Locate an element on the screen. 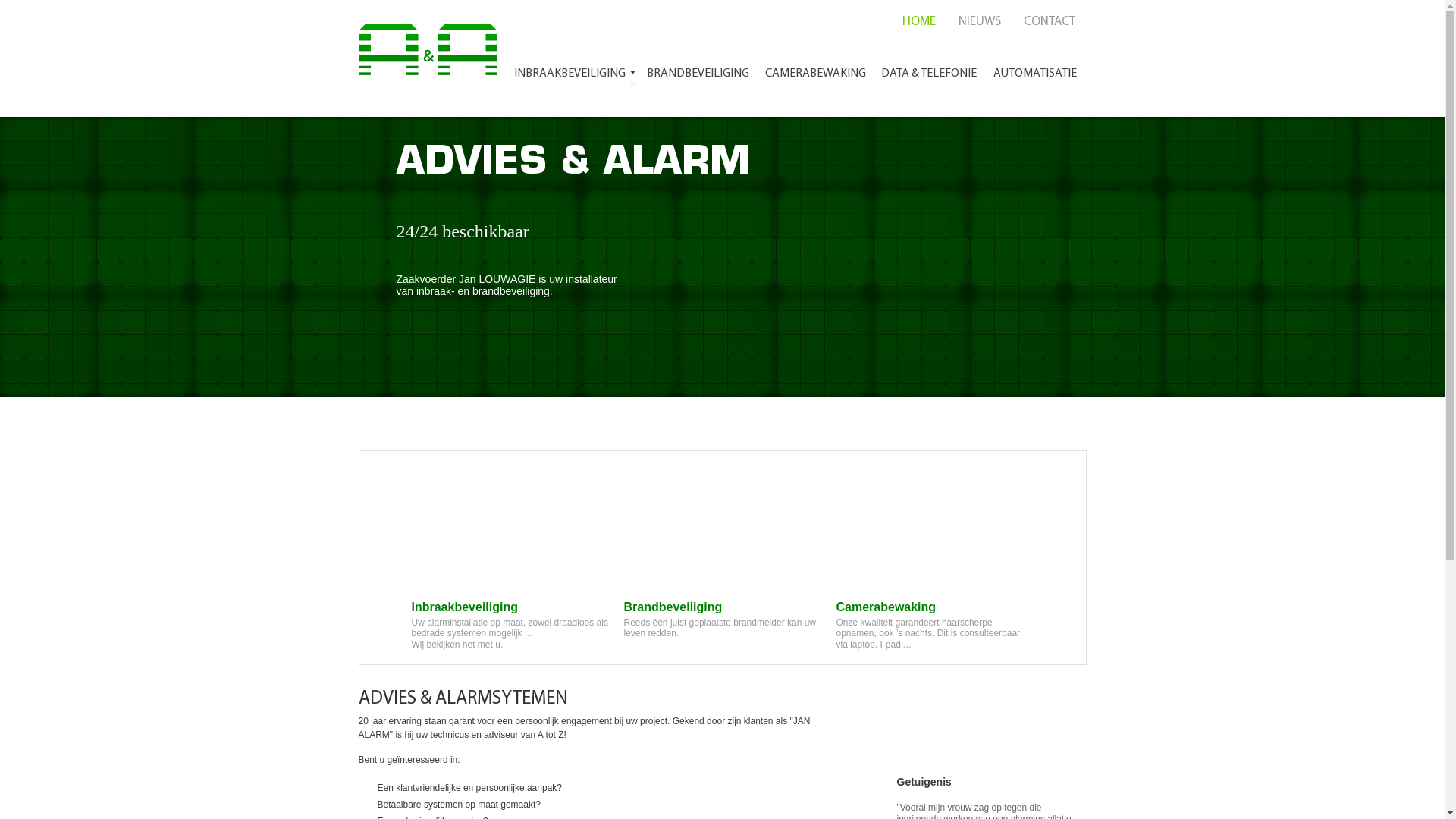 Image resolution: width=1456 pixels, height=819 pixels. 'Meer Informatie' is located at coordinates (472, 361).